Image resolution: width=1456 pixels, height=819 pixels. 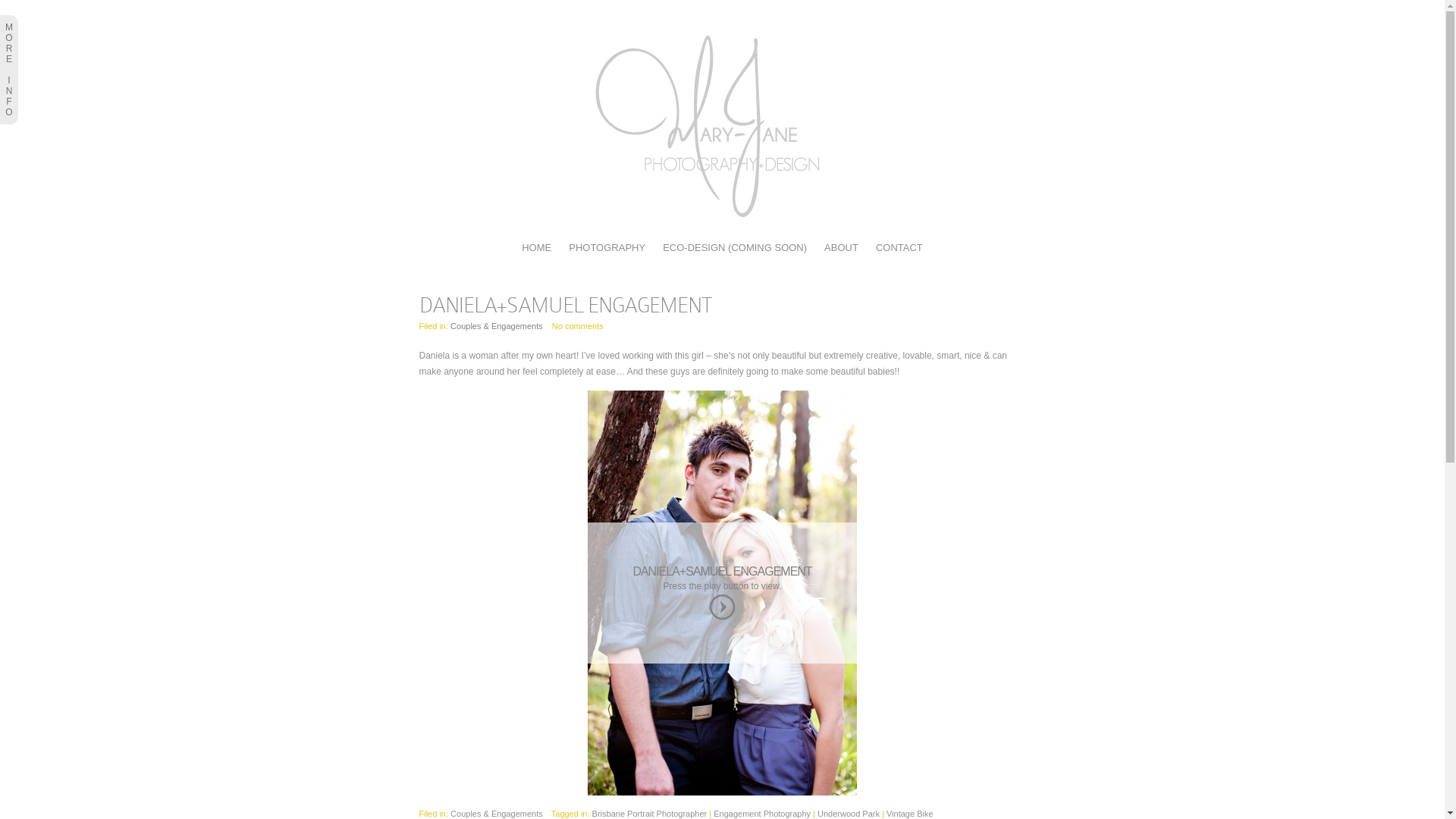 I want to click on 'HOME', so click(x=536, y=246).